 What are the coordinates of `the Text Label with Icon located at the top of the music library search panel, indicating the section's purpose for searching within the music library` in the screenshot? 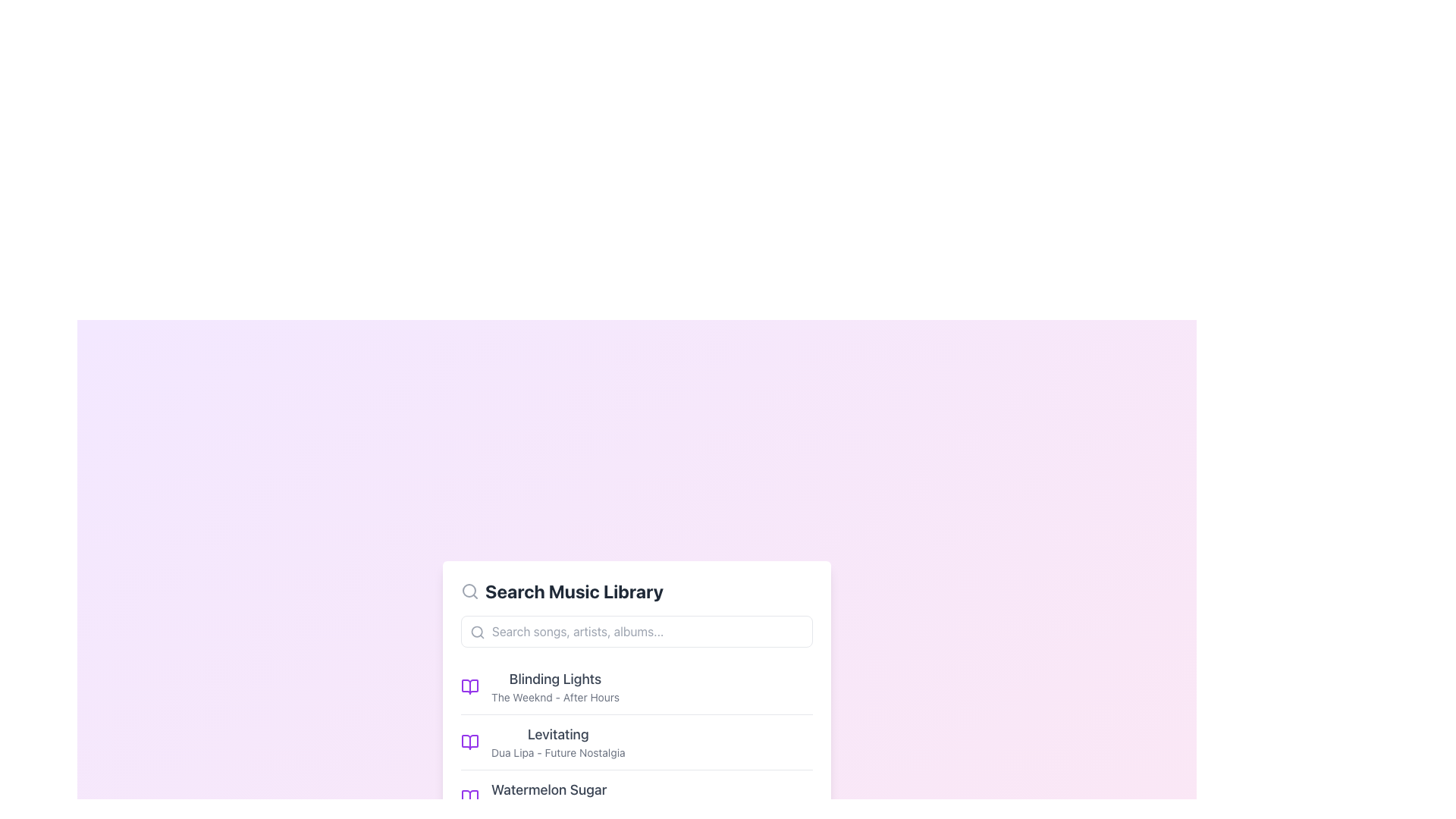 It's located at (637, 590).